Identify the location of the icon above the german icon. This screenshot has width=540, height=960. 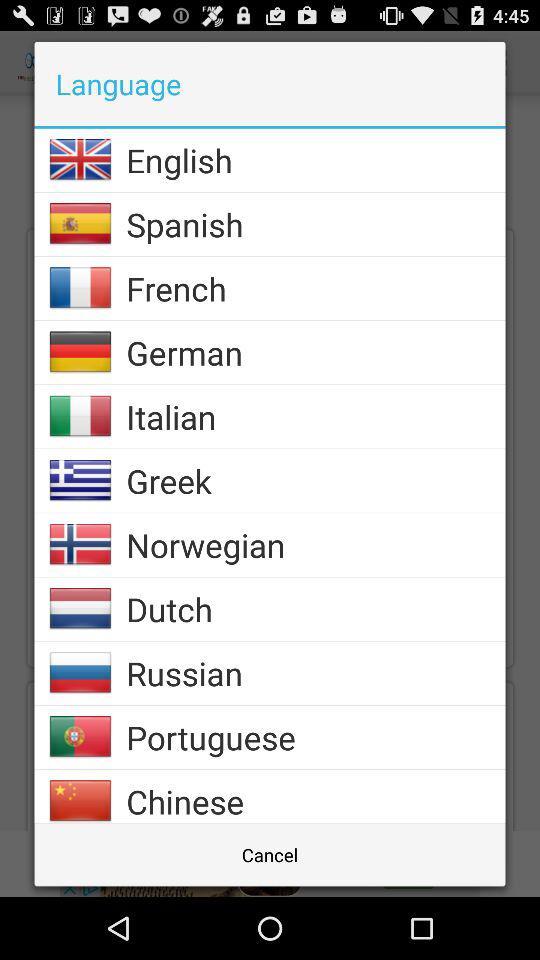
(315, 287).